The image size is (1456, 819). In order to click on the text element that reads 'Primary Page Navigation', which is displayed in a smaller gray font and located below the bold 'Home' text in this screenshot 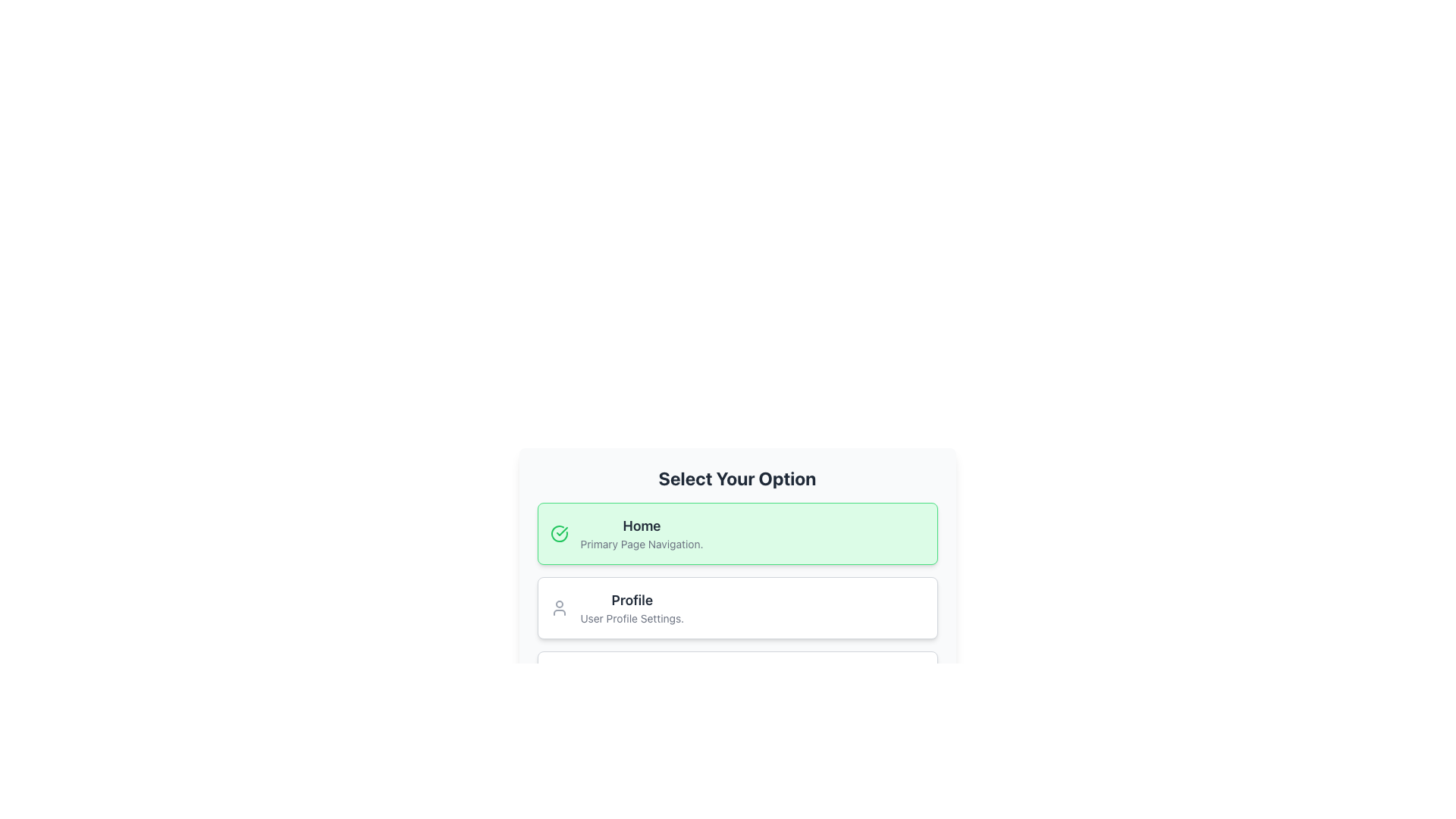, I will do `click(642, 543)`.